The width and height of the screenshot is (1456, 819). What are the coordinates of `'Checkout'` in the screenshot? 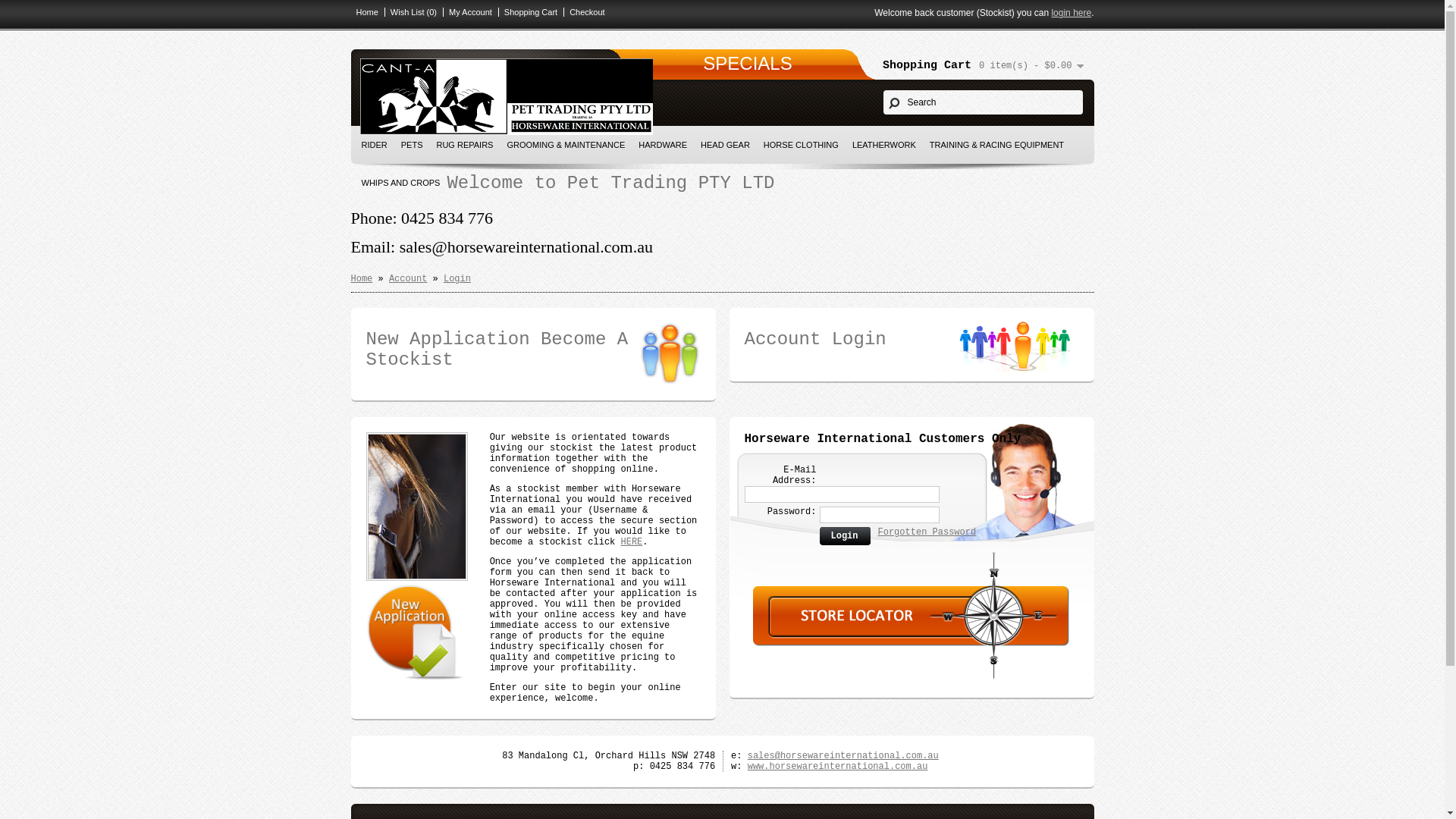 It's located at (582, 11).